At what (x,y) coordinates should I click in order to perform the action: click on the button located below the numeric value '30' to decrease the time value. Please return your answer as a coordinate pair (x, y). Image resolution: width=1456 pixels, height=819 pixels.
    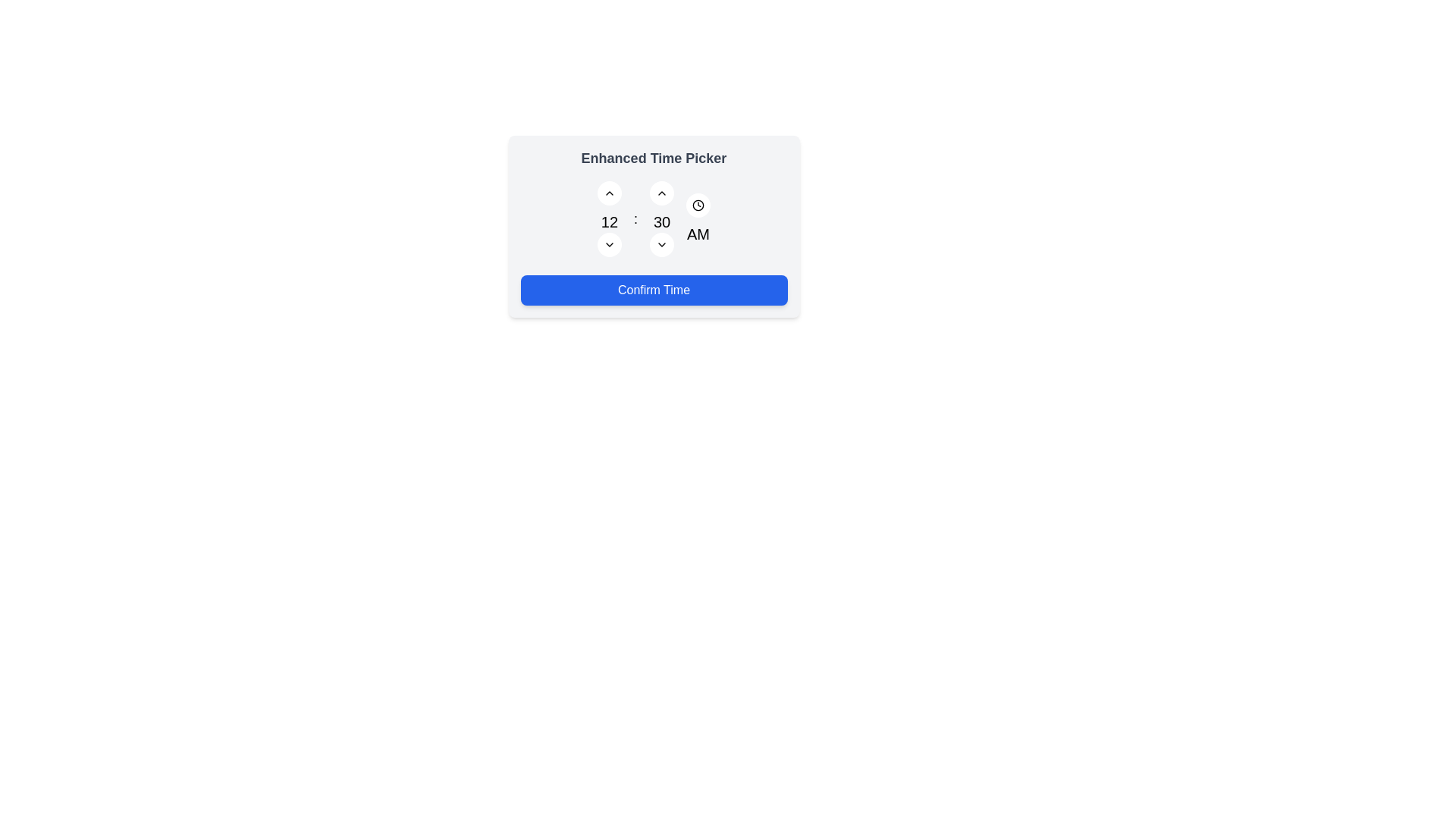
    Looking at the image, I should click on (662, 244).